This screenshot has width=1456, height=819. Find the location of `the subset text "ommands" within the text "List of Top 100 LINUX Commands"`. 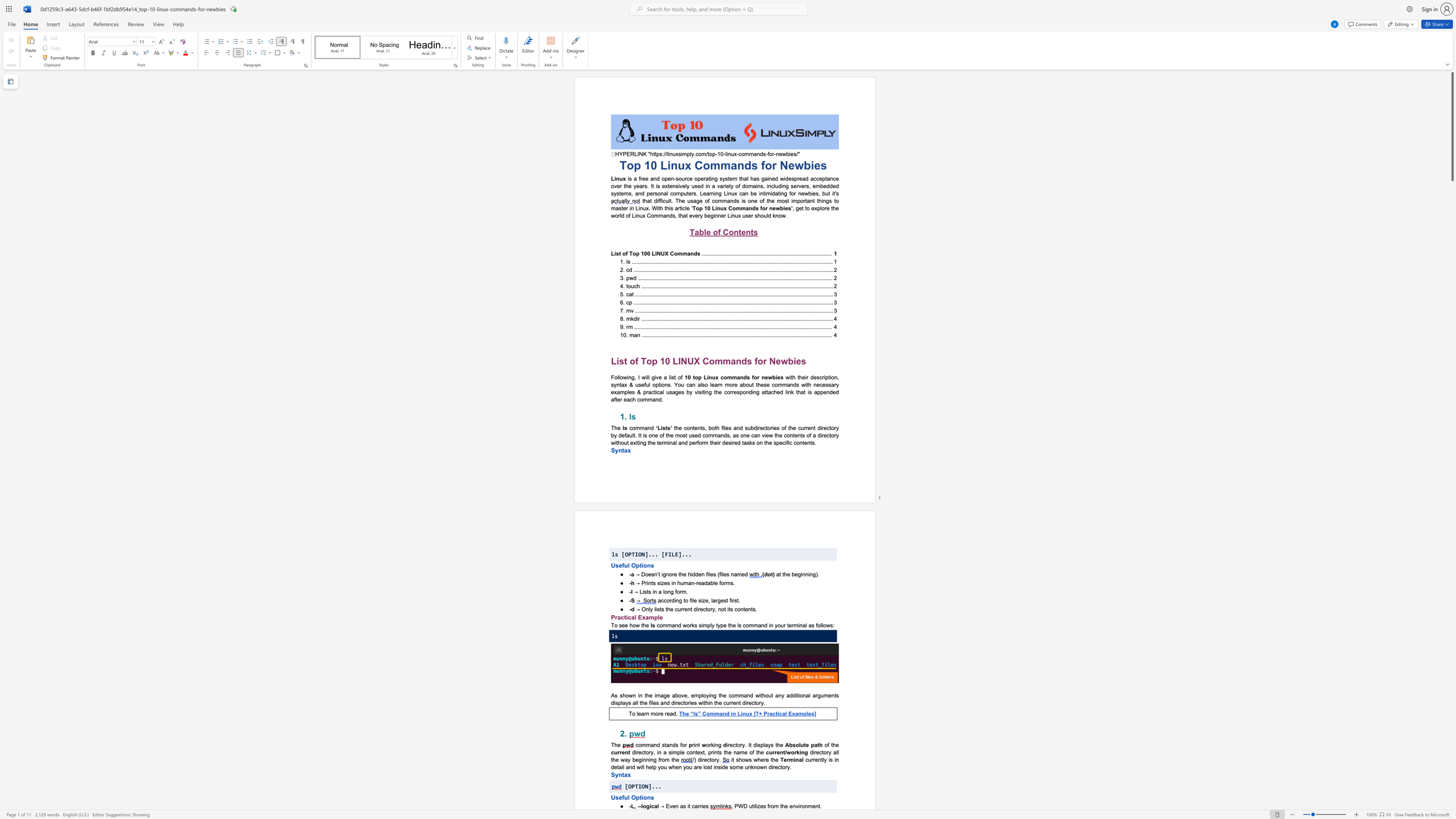

the subset text "ommands" within the text "List of Top 100 LINUX Commands" is located at coordinates (674, 253).